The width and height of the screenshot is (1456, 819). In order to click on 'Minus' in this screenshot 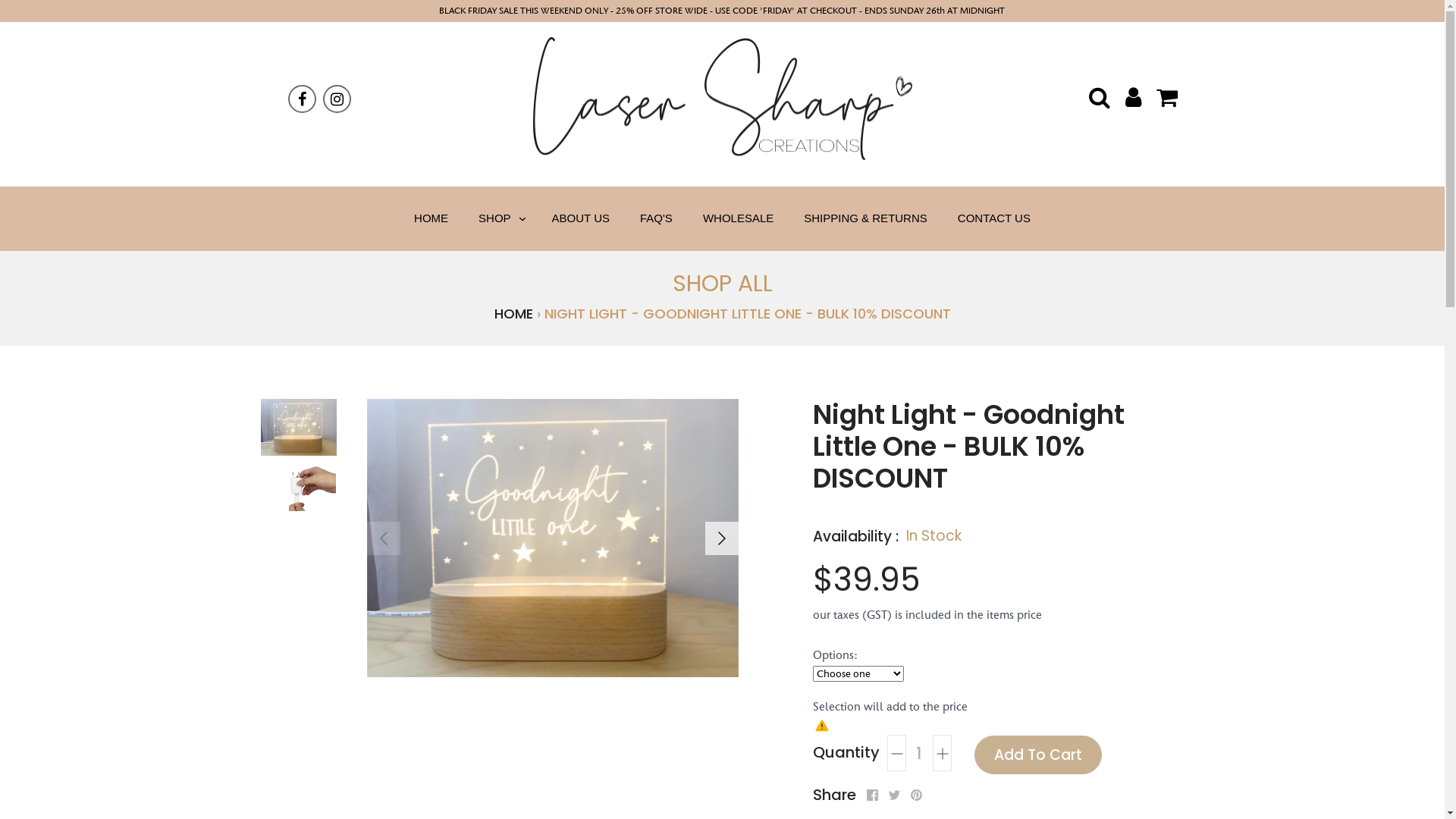, I will do `click(887, 752)`.